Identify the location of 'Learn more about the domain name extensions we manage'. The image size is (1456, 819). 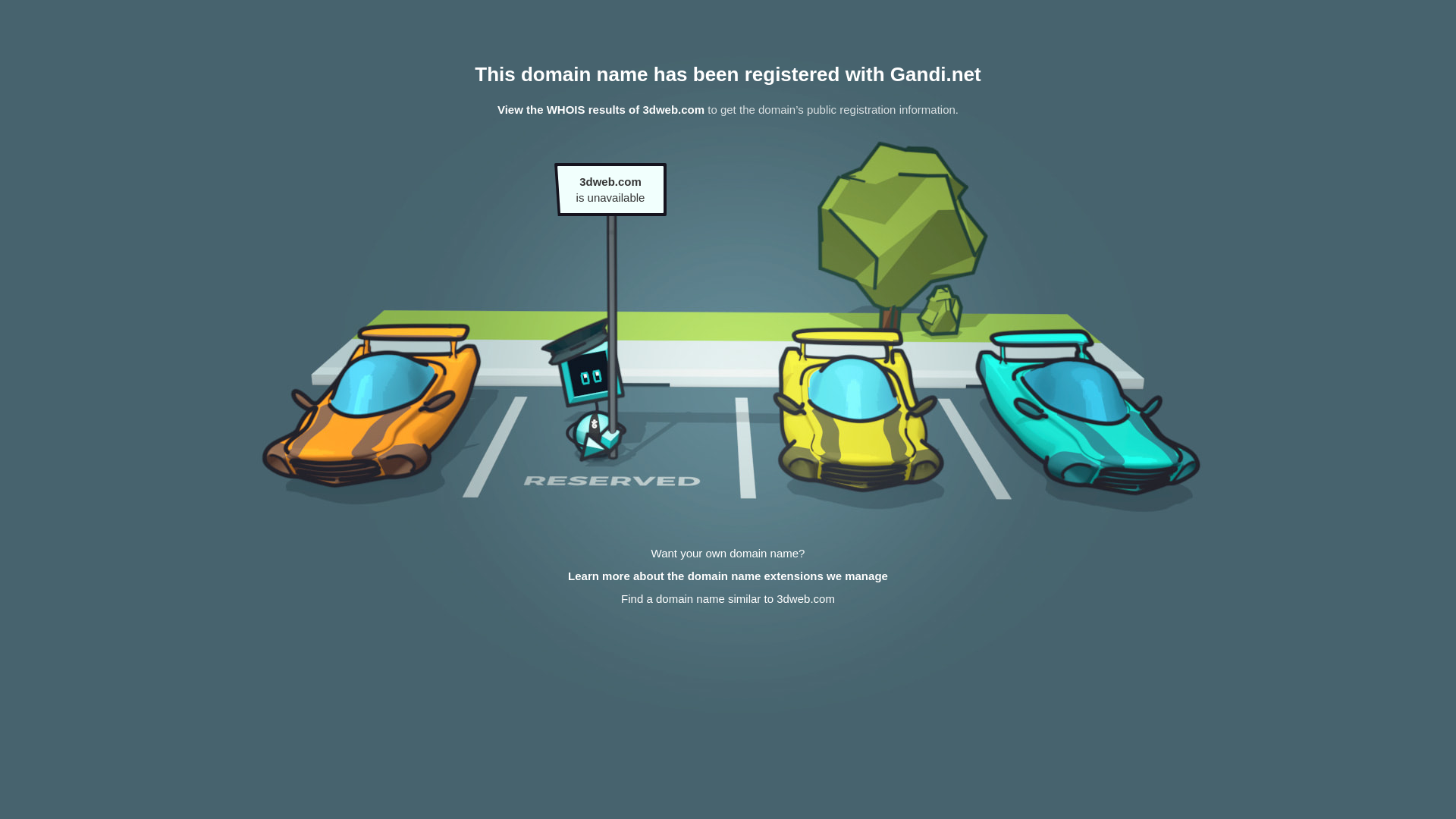
(728, 576).